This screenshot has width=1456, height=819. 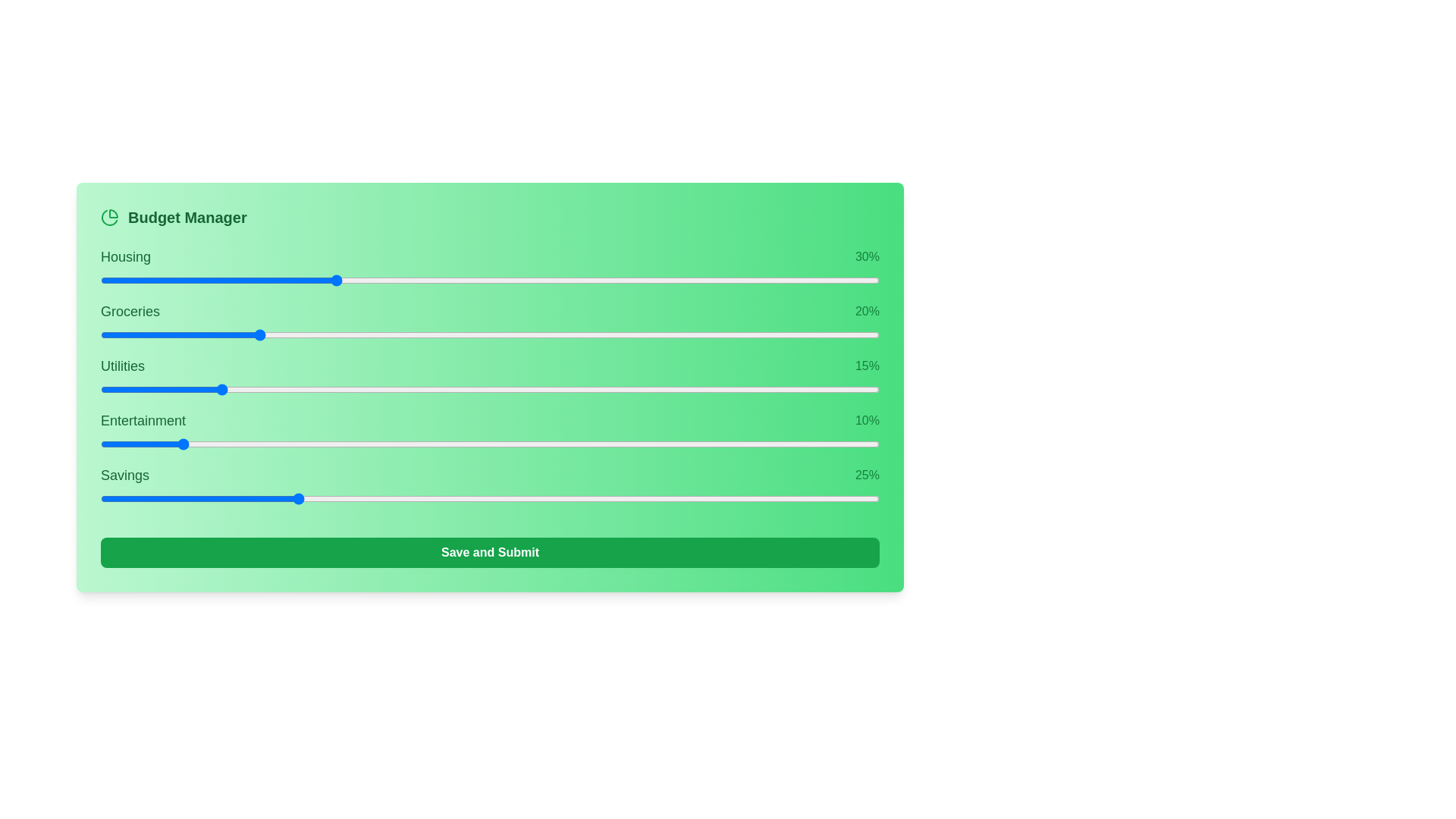 What do you see at coordinates (665, 388) in the screenshot?
I see `the slider for 2 to 45% allocation` at bounding box center [665, 388].